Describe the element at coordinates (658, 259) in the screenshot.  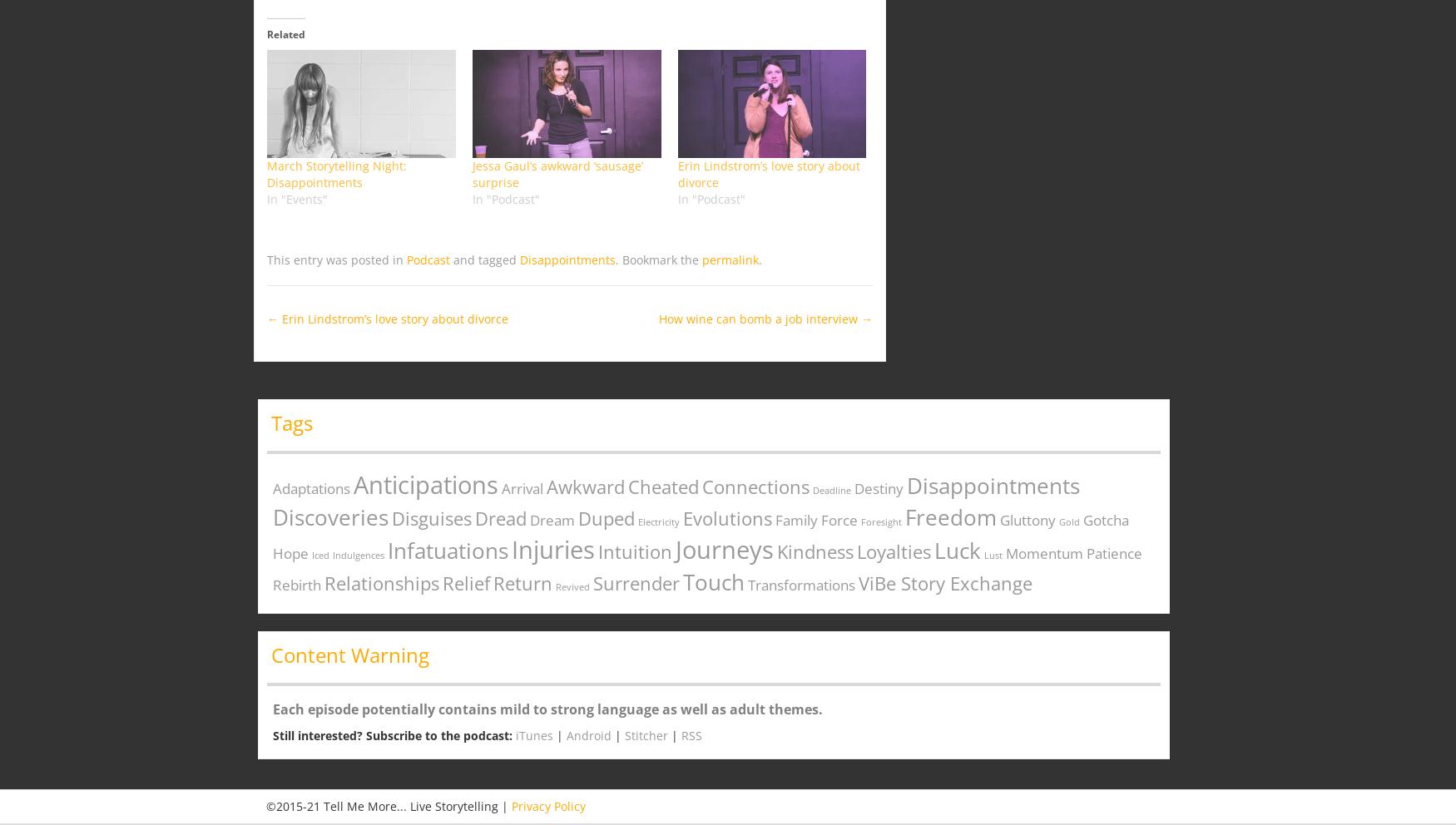
I see `'. Bookmark the'` at that location.